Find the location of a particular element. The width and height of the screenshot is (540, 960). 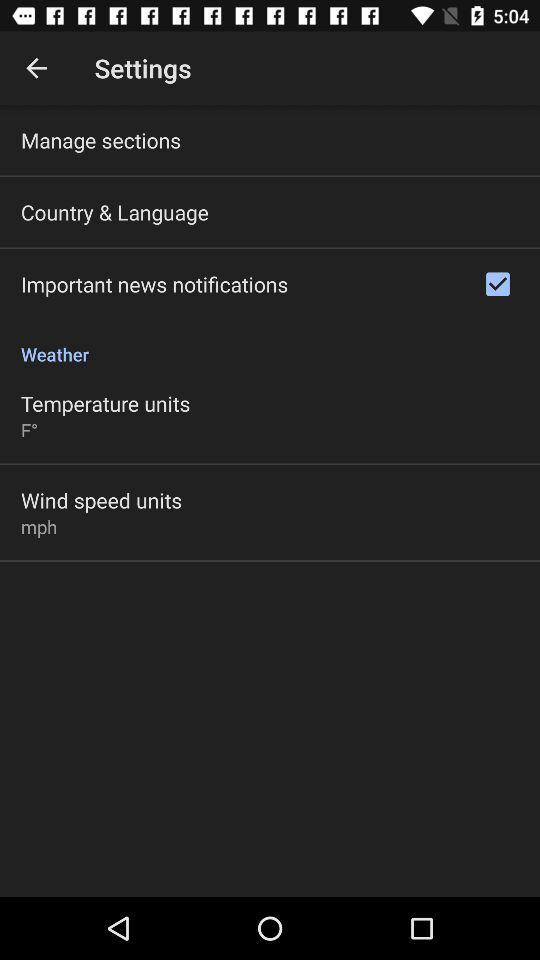

the mph item is located at coordinates (39, 525).